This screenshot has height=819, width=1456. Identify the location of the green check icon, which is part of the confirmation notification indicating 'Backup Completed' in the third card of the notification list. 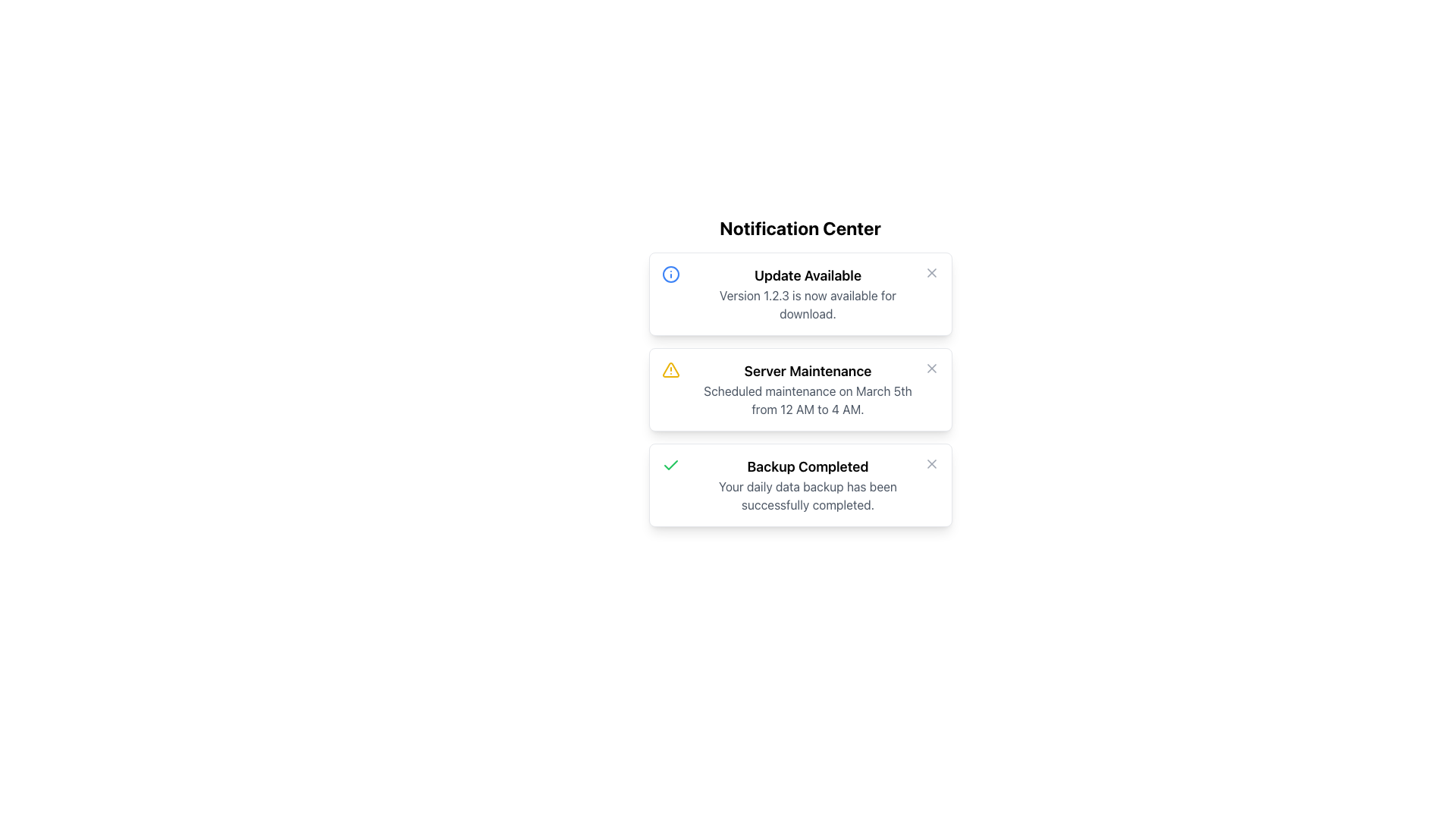
(670, 464).